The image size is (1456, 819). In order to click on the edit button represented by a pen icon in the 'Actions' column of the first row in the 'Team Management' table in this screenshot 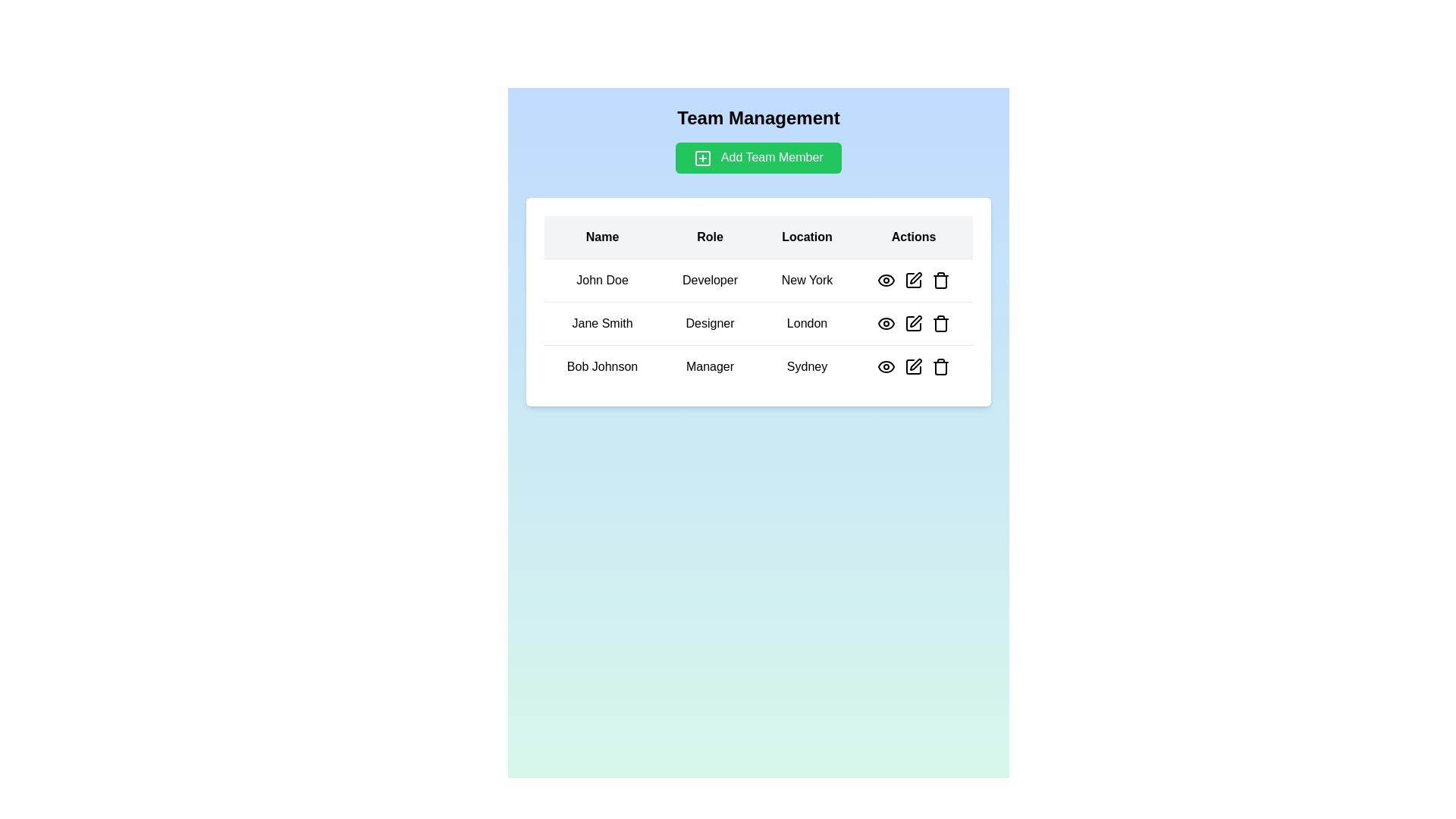, I will do `click(912, 280)`.